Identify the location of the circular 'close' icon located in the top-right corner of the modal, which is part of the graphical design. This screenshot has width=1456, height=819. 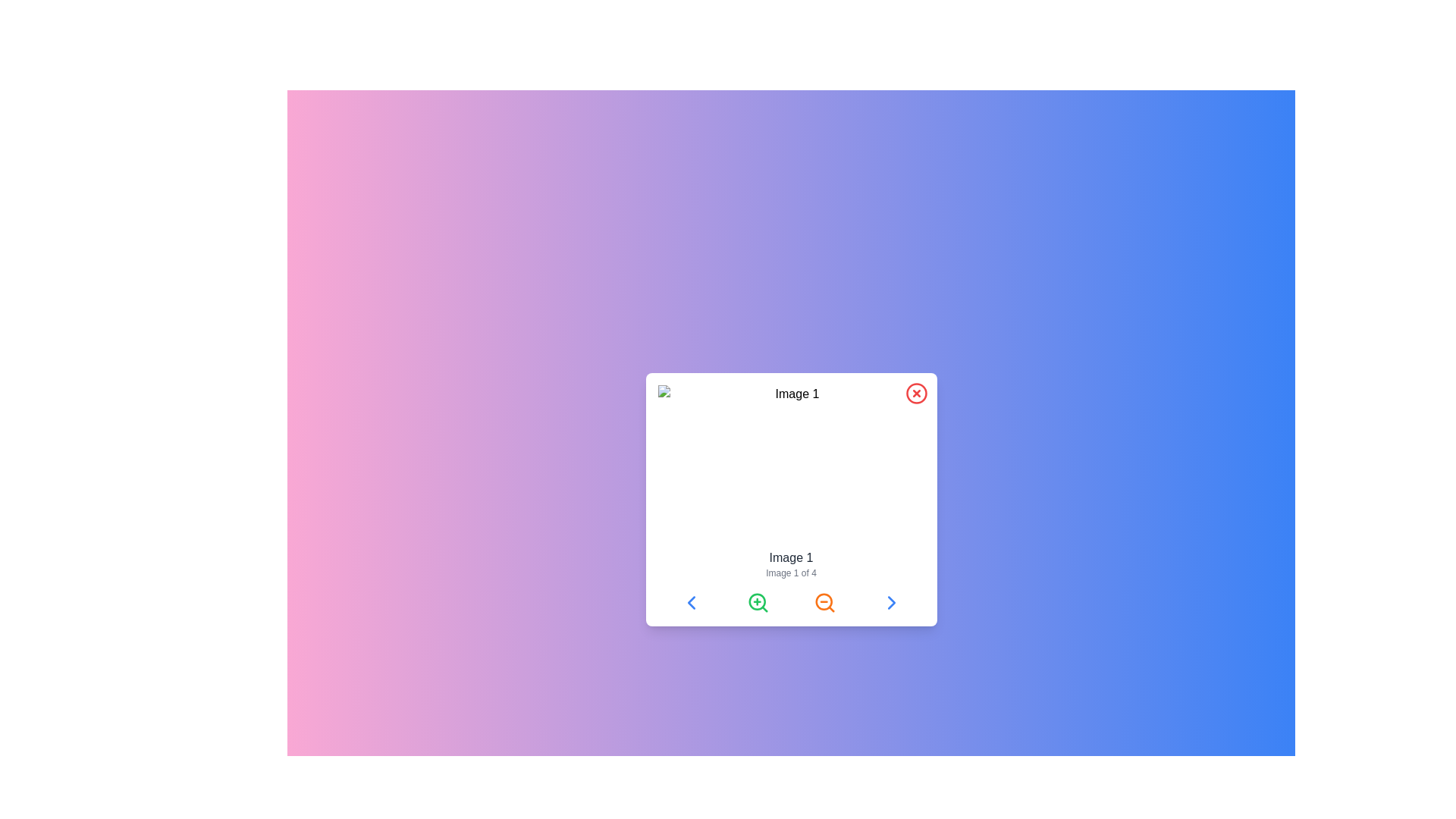
(915, 393).